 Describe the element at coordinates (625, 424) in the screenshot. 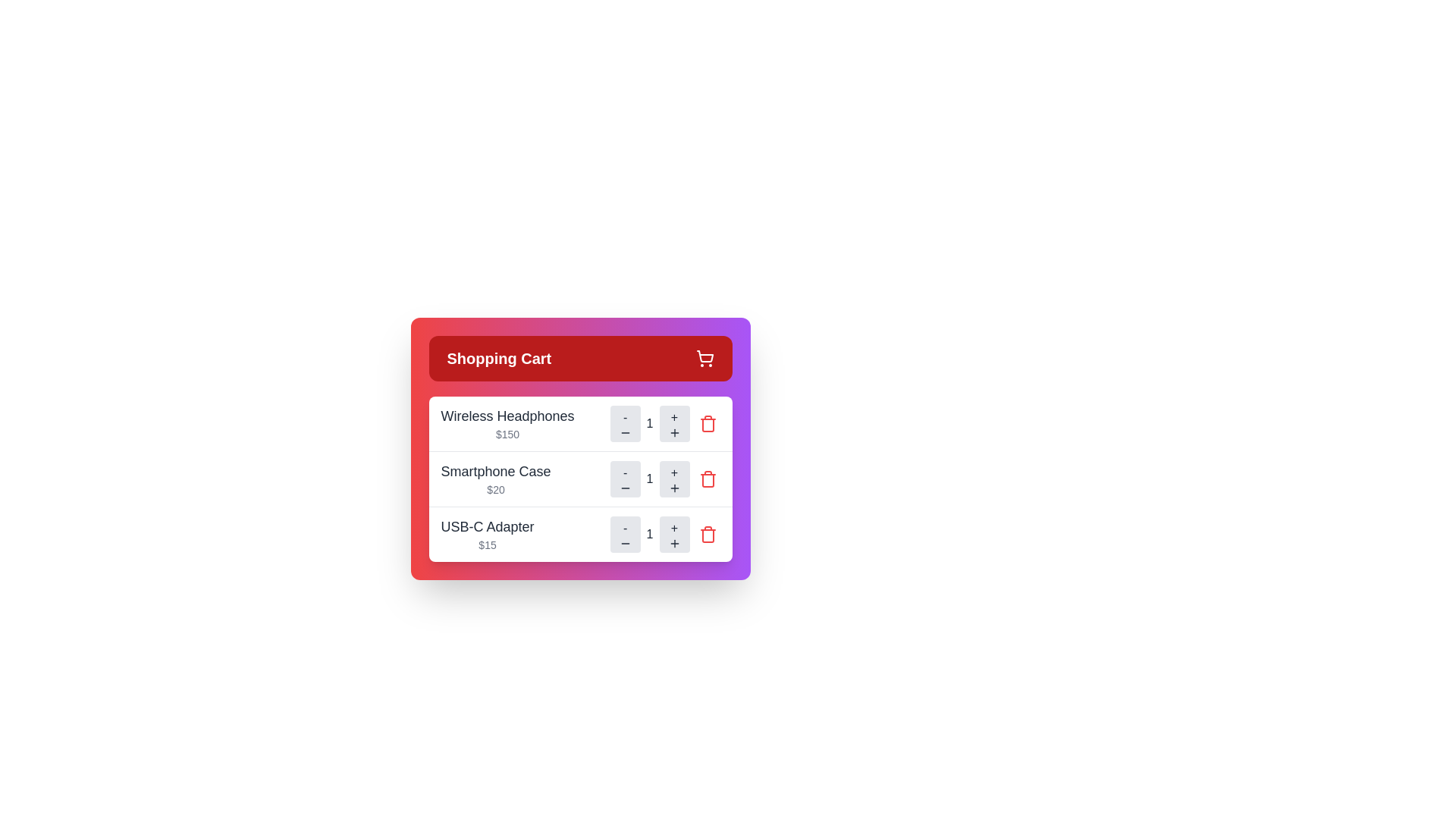

I see `'-' button next to the item with the name Wireless Headphones to decrease its quantity` at that location.